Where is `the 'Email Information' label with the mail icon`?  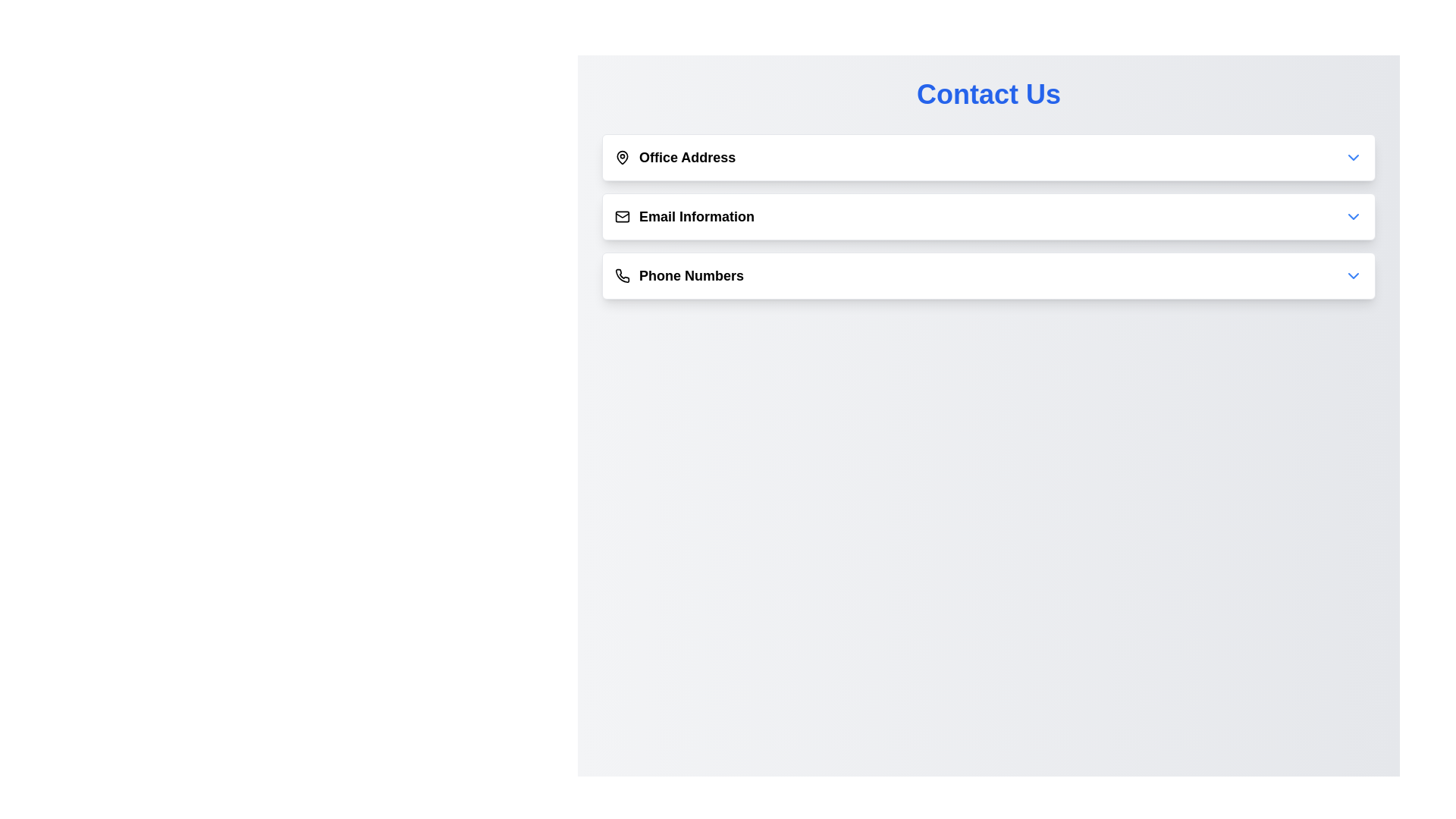 the 'Email Information' label with the mail icon is located at coordinates (683, 216).